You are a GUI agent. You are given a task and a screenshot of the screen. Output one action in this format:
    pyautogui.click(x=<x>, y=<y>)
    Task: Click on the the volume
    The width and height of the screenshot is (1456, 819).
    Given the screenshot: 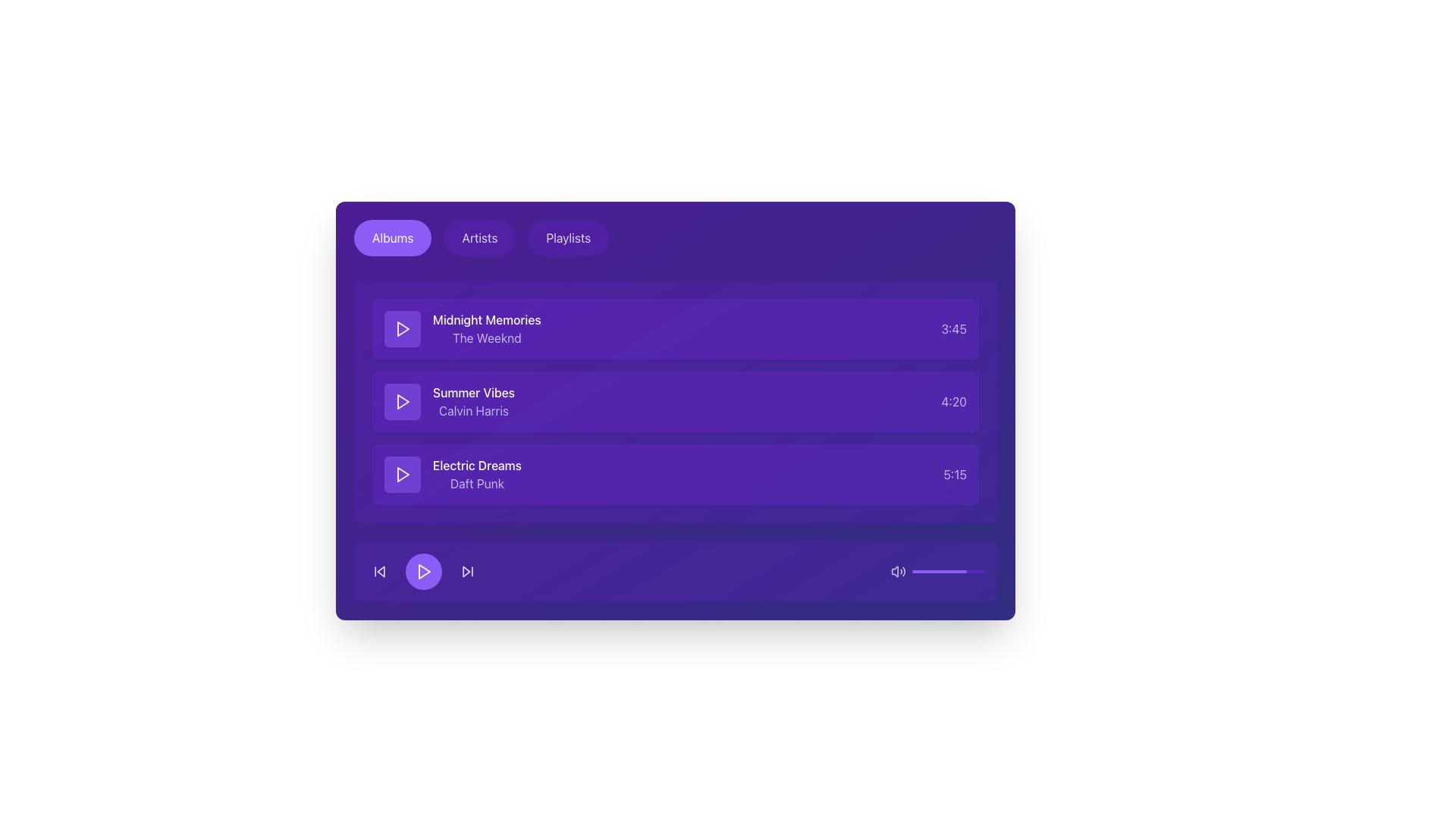 What is the action you would take?
    pyautogui.click(x=977, y=571)
    